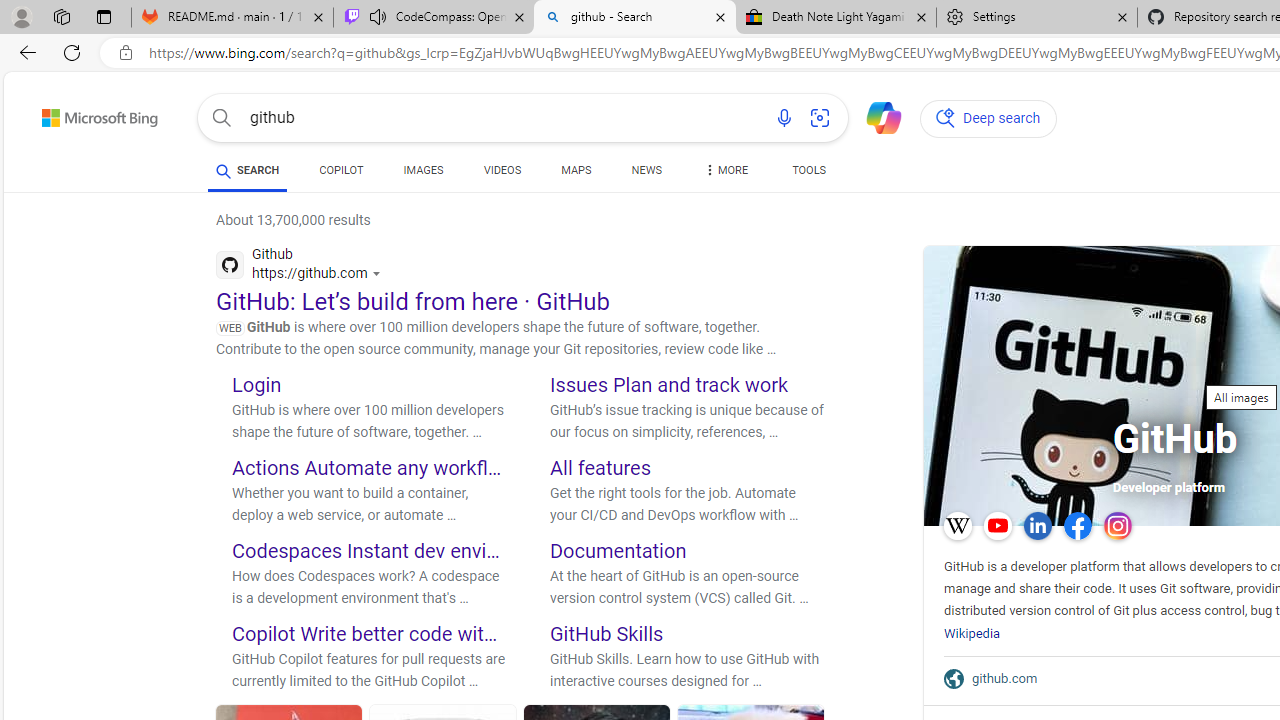 The height and width of the screenshot is (720, 1280). I want to click on 'GitHub Skills', so click(606, 633).